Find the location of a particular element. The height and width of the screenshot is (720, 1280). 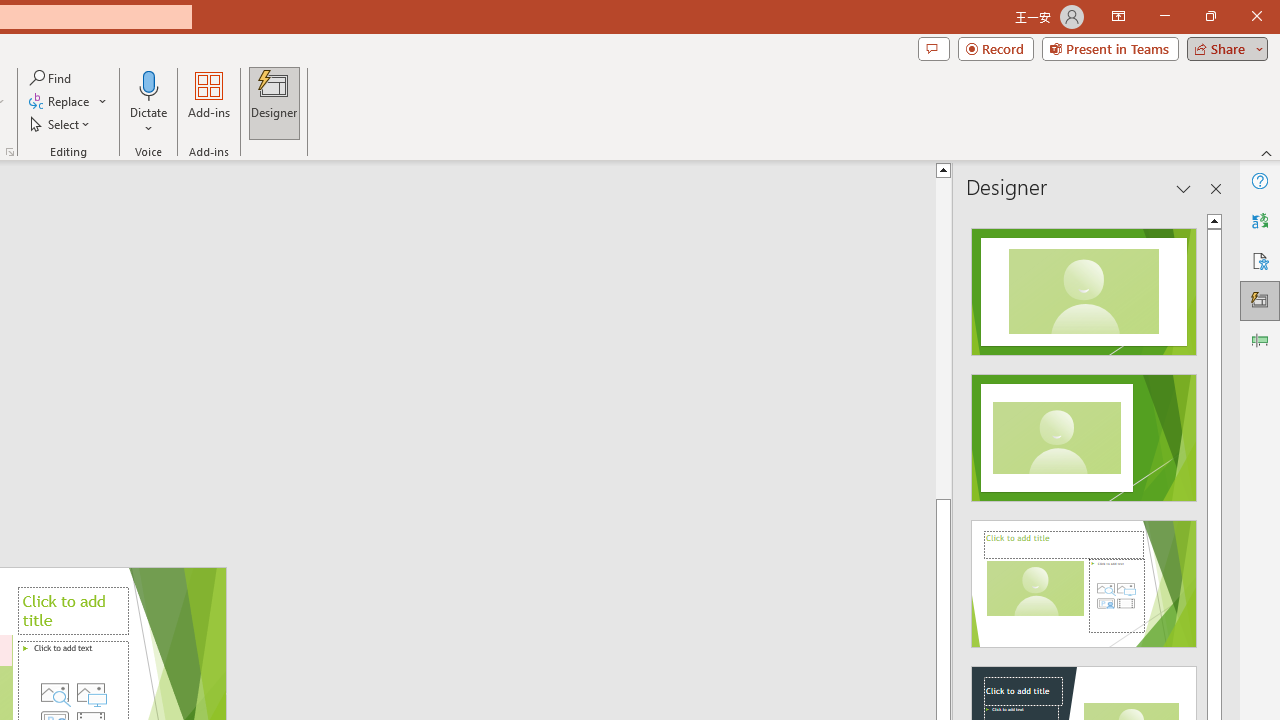

'Stock Images' is located at coordinates (54, 692).